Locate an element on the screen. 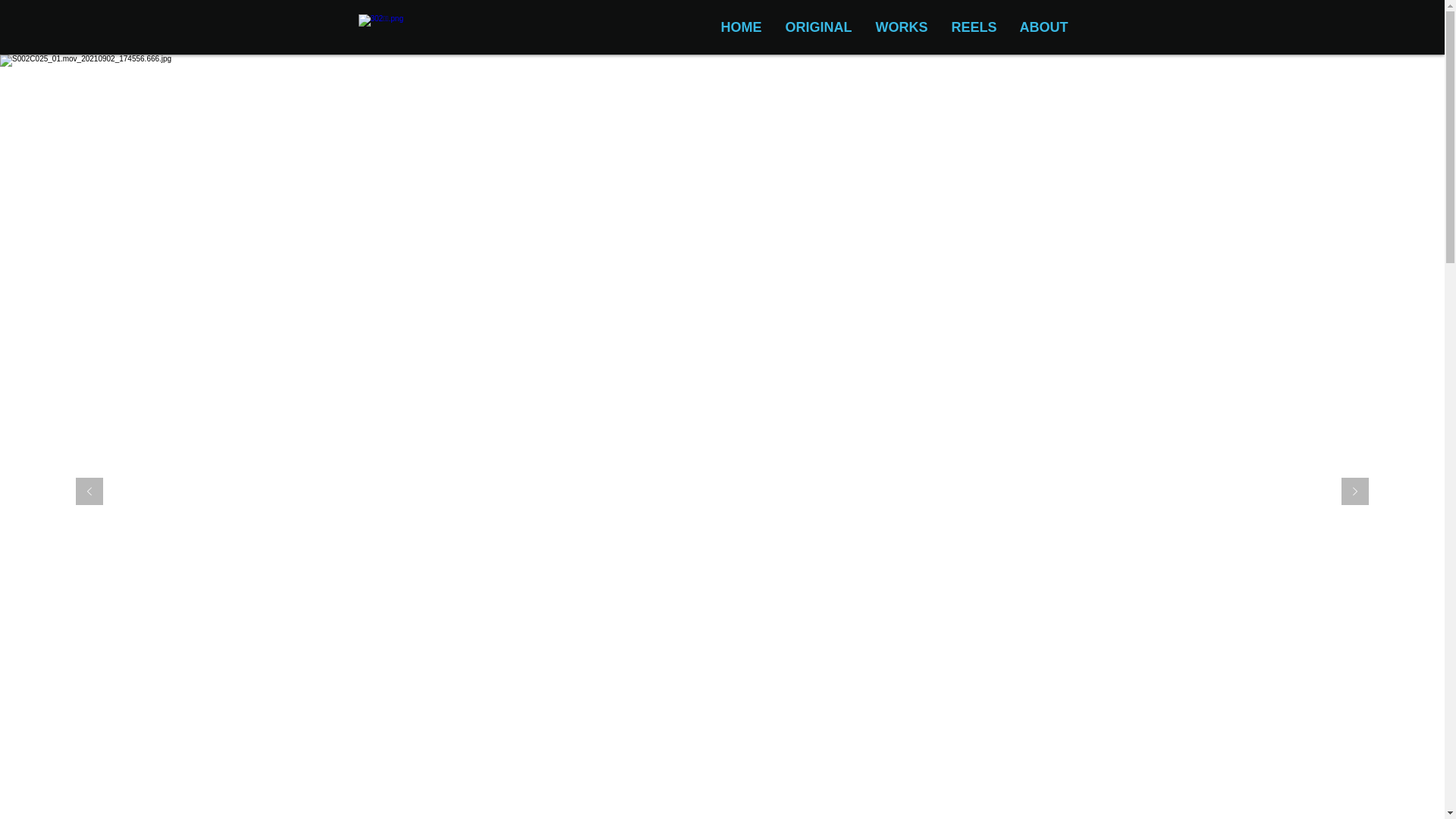 The height and width of the screenshot is (819, 1456). 'WORKS' is located at coordinates (900, 27).